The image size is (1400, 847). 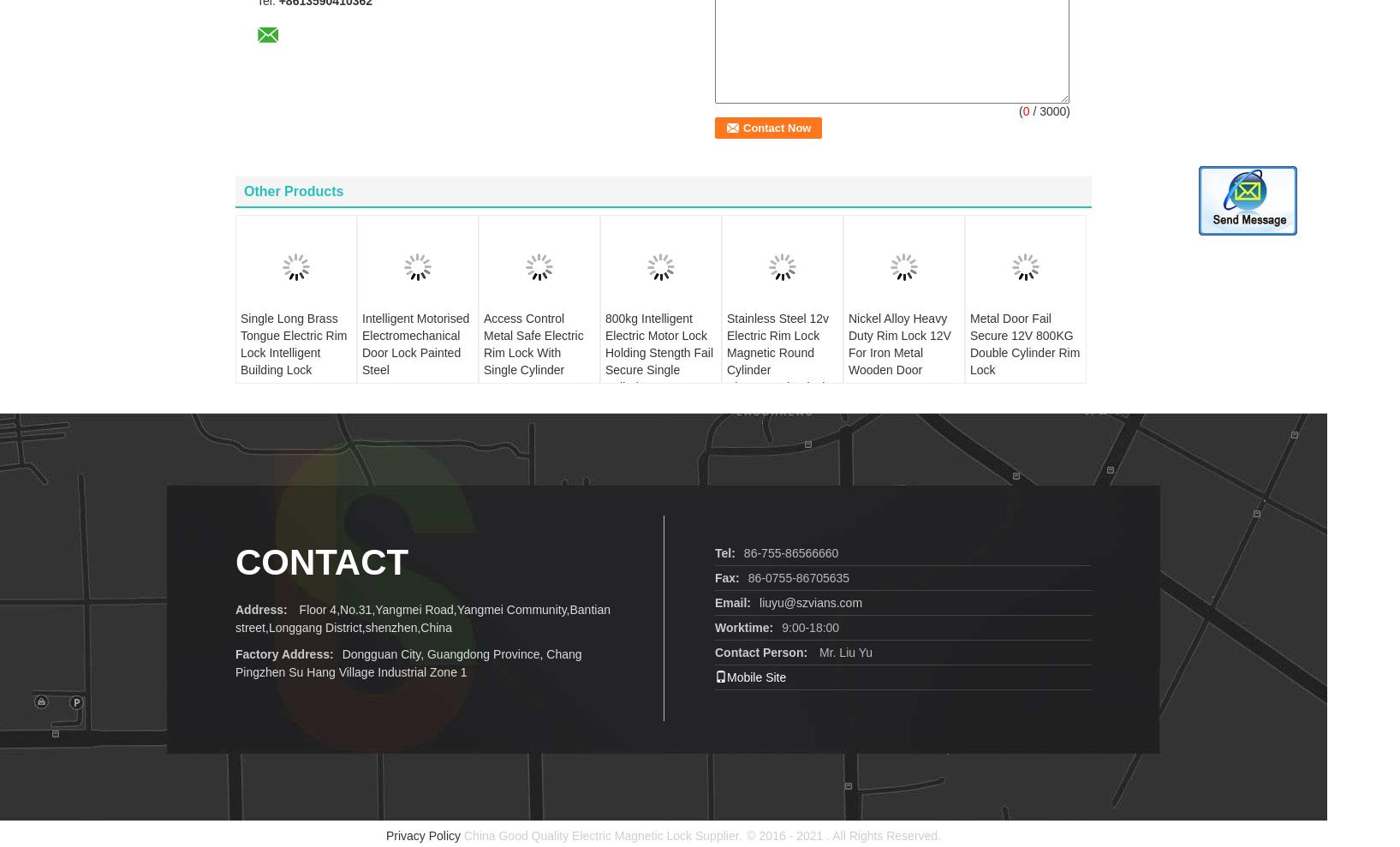 What do you see at coordinates (809, 575) in the screenshot?
I see `'liuyu@szvians.com'` at bounding box center [809, 575].